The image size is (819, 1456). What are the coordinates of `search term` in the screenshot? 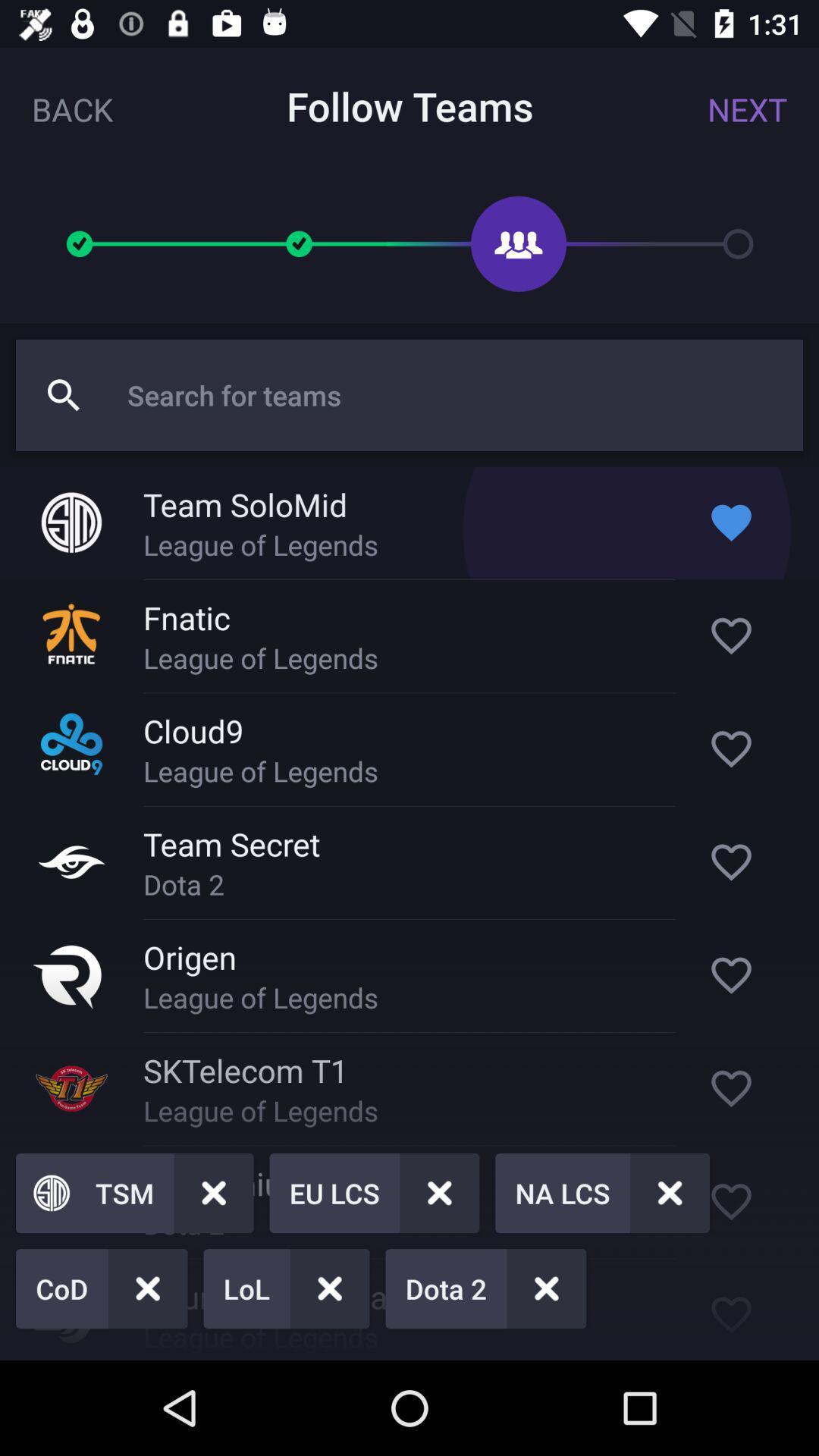 It's located at (456, 395).